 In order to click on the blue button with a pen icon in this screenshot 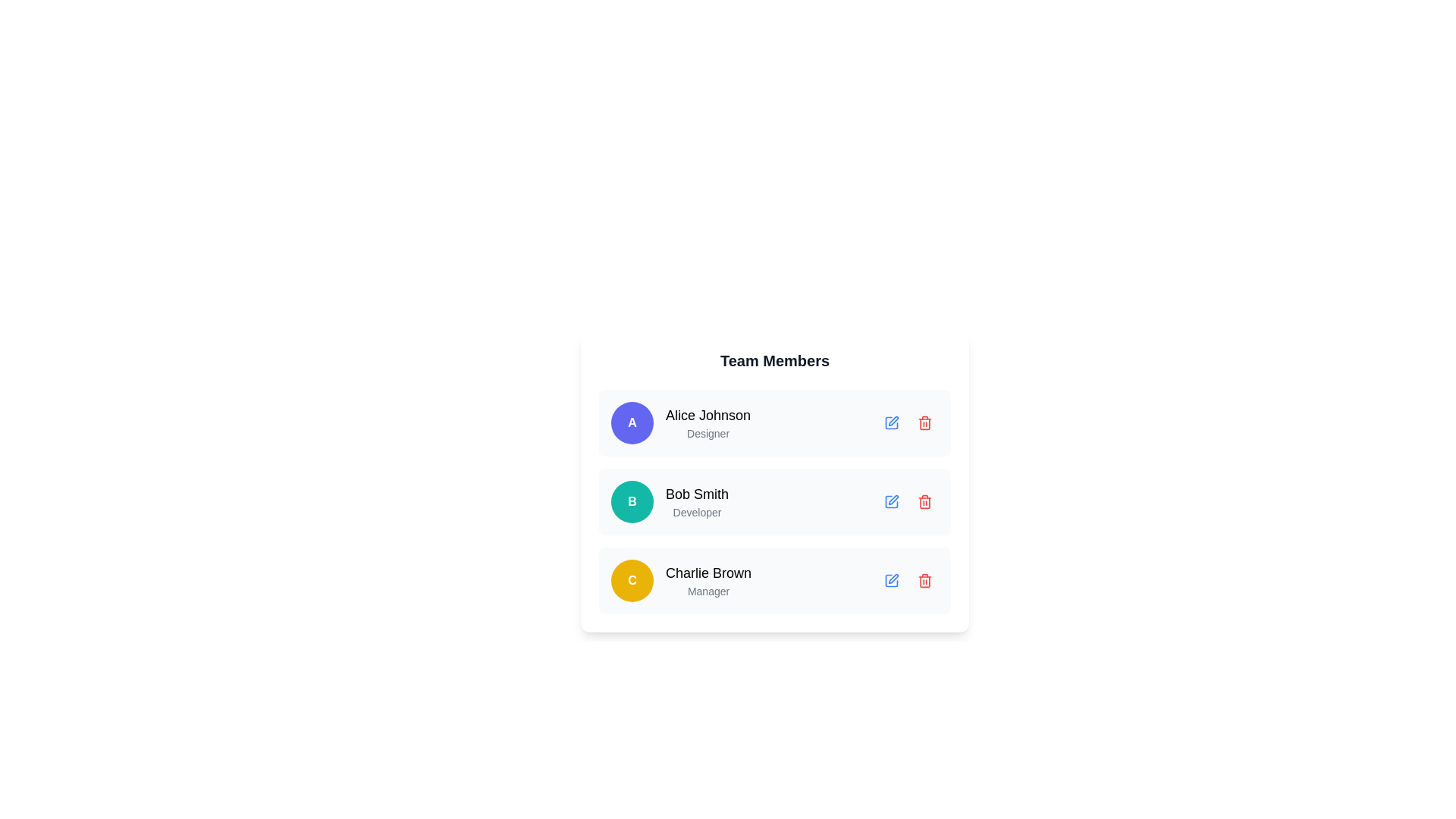, I will do `click(892, 580)`.